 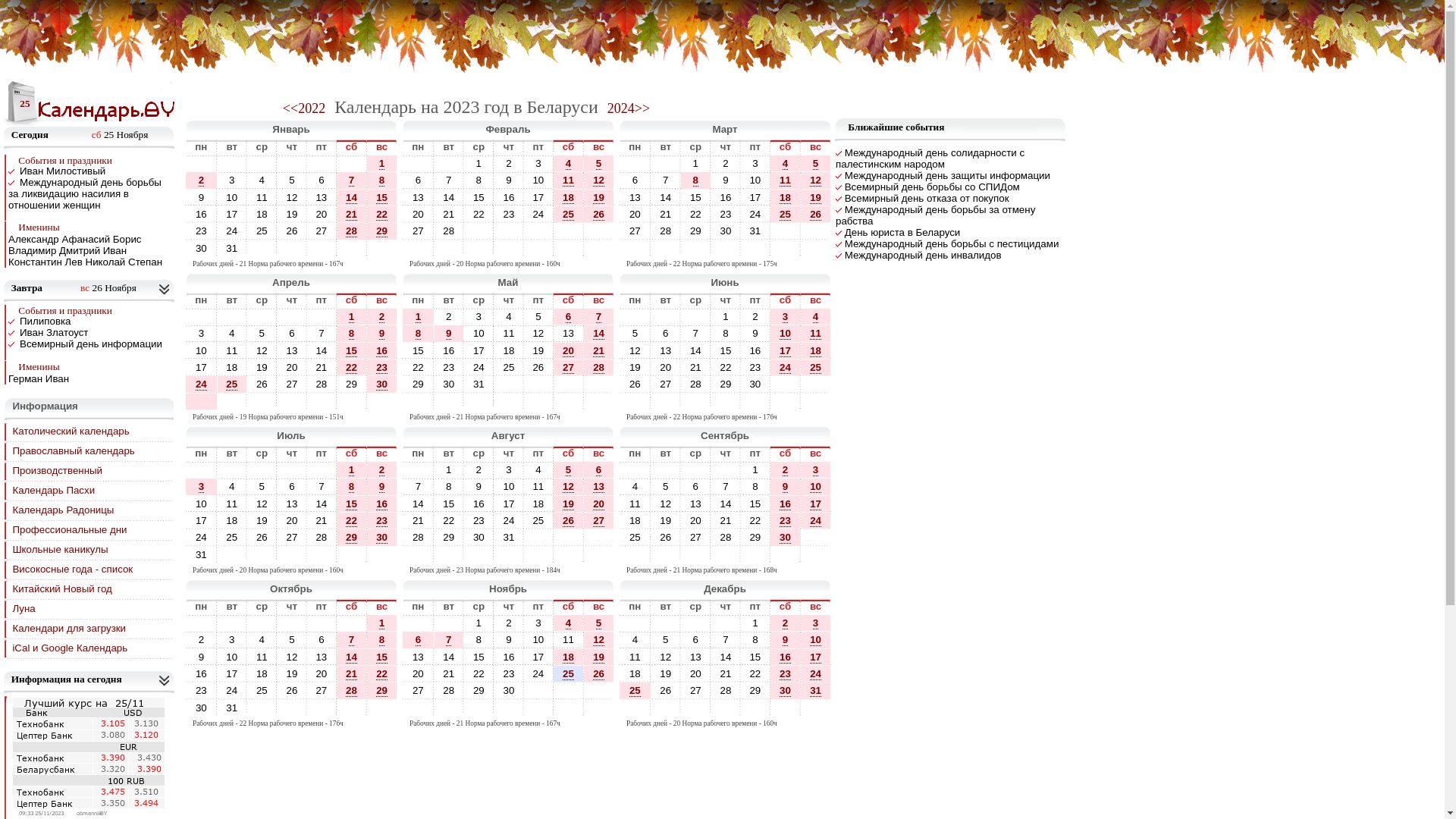 What do you see at coordinates (524, 486) in the screenshot?
I see `'11'` at bounding box center [524, 486].